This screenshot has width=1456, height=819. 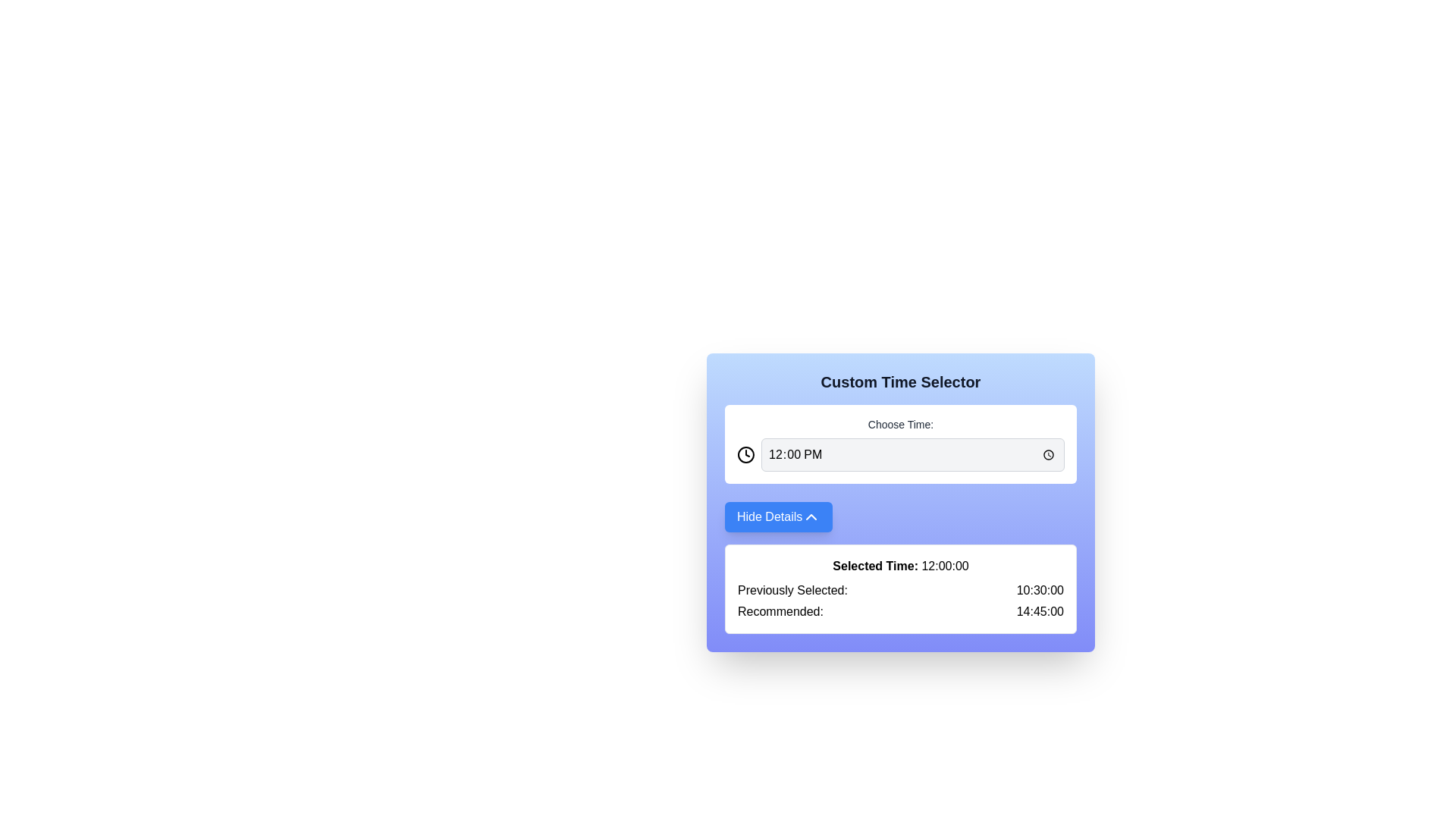 What do you see at coordinates (901, 444) in the screenshot?
I see `the time selection field located in the 'Custom Time Selector' panel, which is visually contained in a white background block and positioned above the 'Hide Details' button` at bounding box center [901, 444].